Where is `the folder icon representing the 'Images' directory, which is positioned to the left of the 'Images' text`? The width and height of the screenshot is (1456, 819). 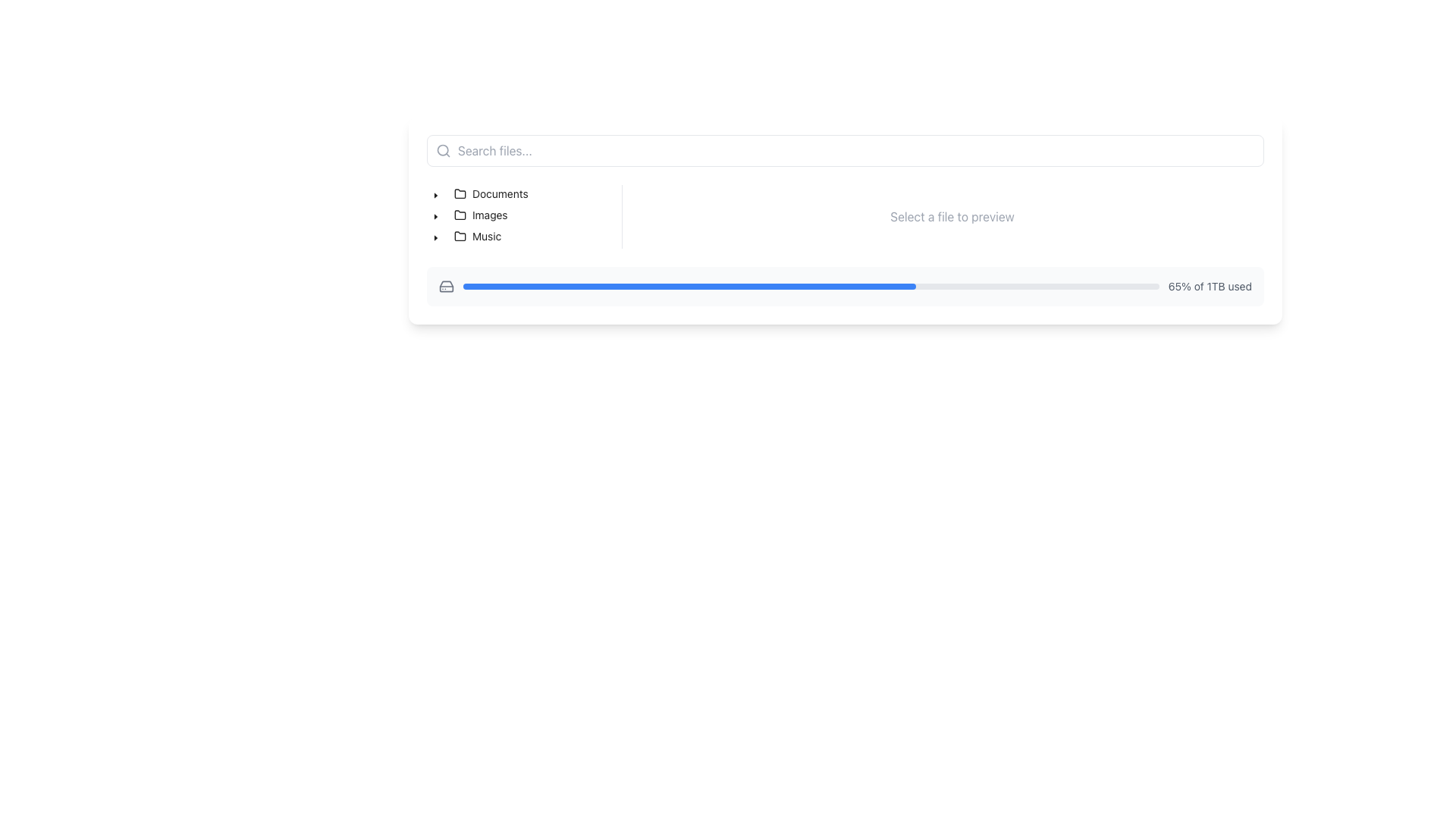
the folder icon representing the 'Images' directory, which is positioned to the left of the 'Images' text is located at coordinates (459, 214).